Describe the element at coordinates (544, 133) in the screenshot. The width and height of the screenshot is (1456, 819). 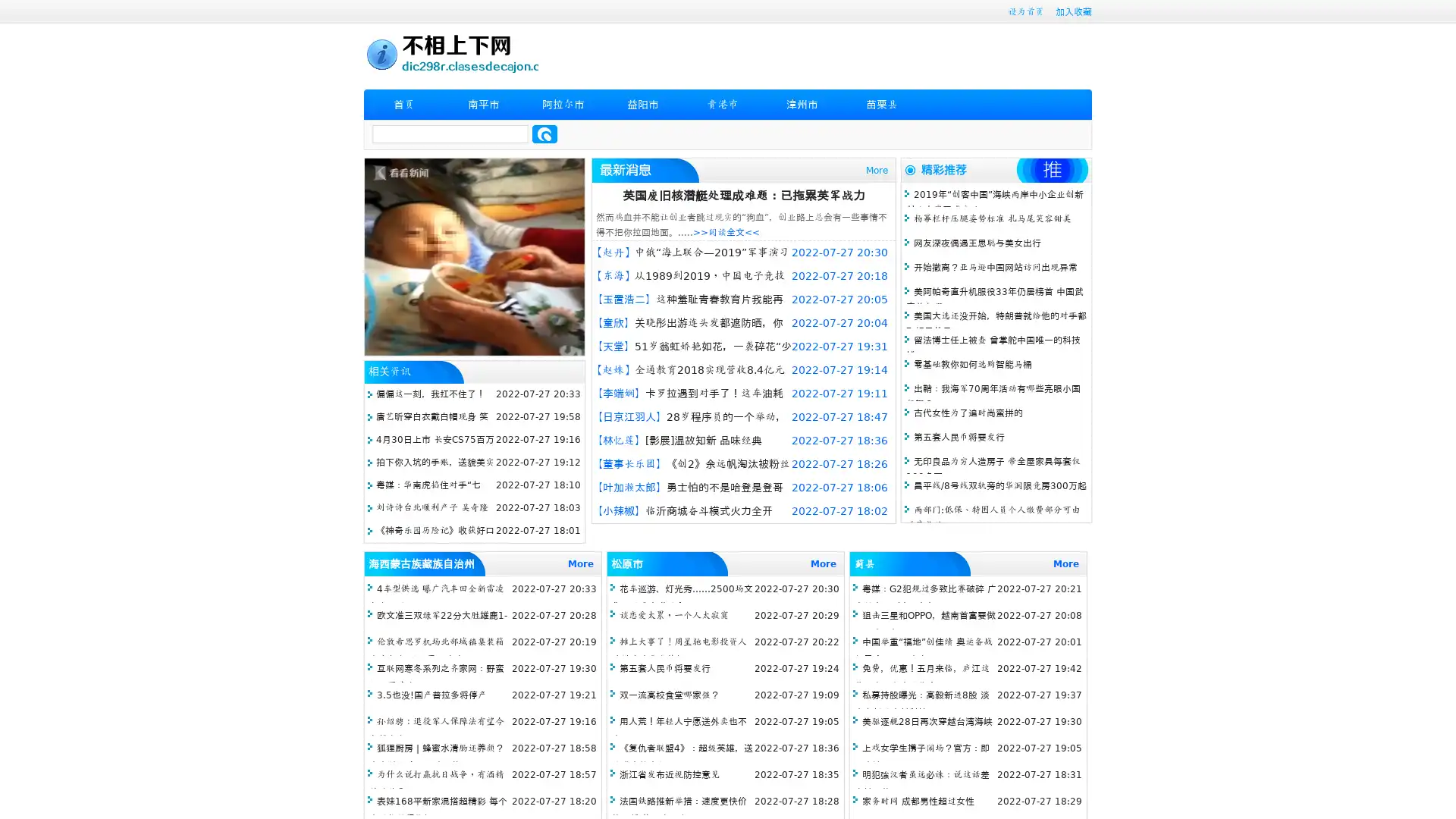
I see `Search` at that location.